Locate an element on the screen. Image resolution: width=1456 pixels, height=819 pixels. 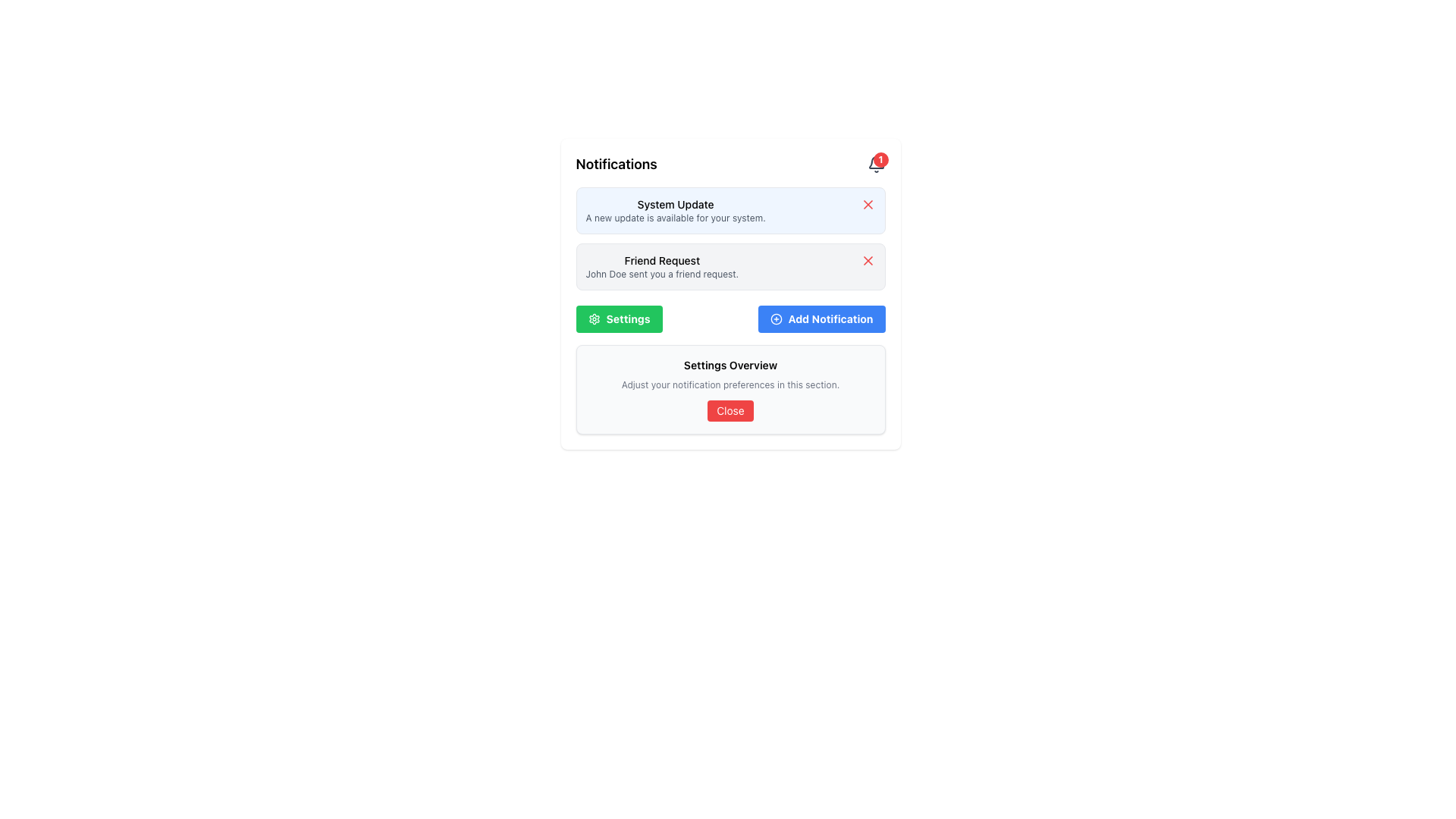
the red circular badge with the number '1' displayed in white, located on the top-right corner of the notification bell icon is located at coordinates (880, 160).